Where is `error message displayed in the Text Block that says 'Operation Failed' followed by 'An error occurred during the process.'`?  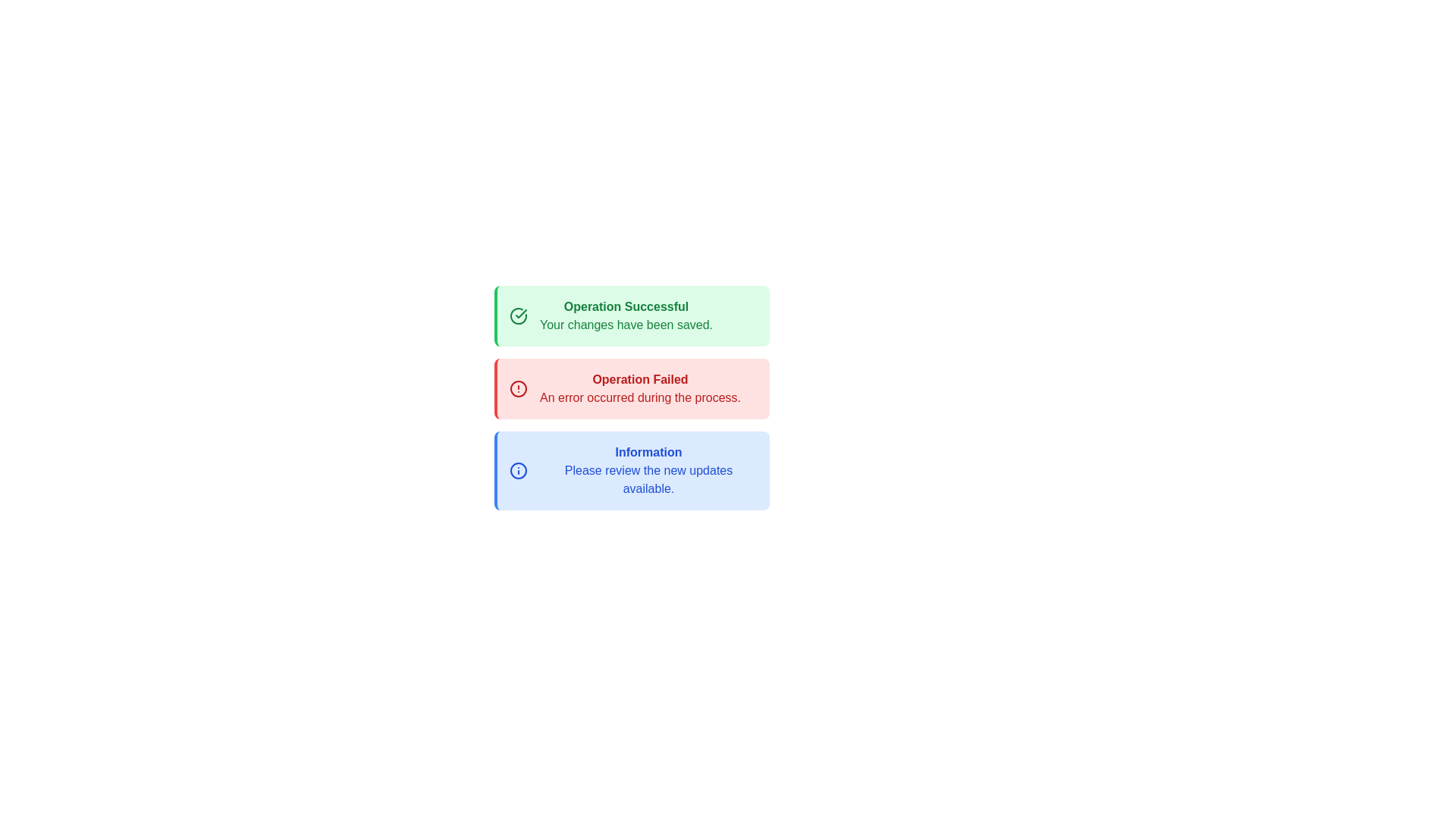
error message displayed in the Text Block that says 'Operation Failed' followed by 'An error occurred during the process.' is located at coordinates (640, 388).